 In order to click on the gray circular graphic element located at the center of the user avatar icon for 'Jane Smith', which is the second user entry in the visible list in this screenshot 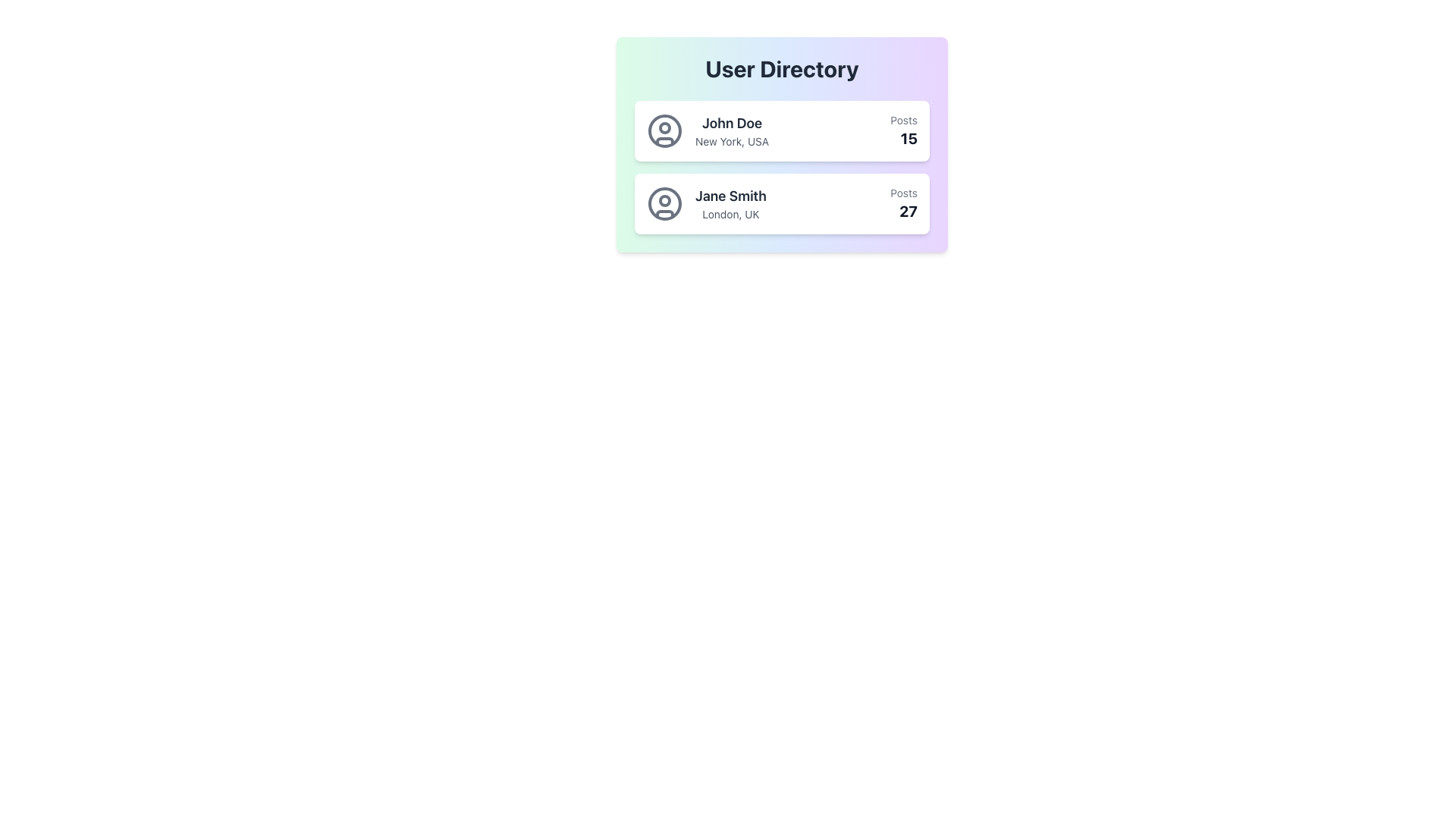, I will do `click(665, 200)`.